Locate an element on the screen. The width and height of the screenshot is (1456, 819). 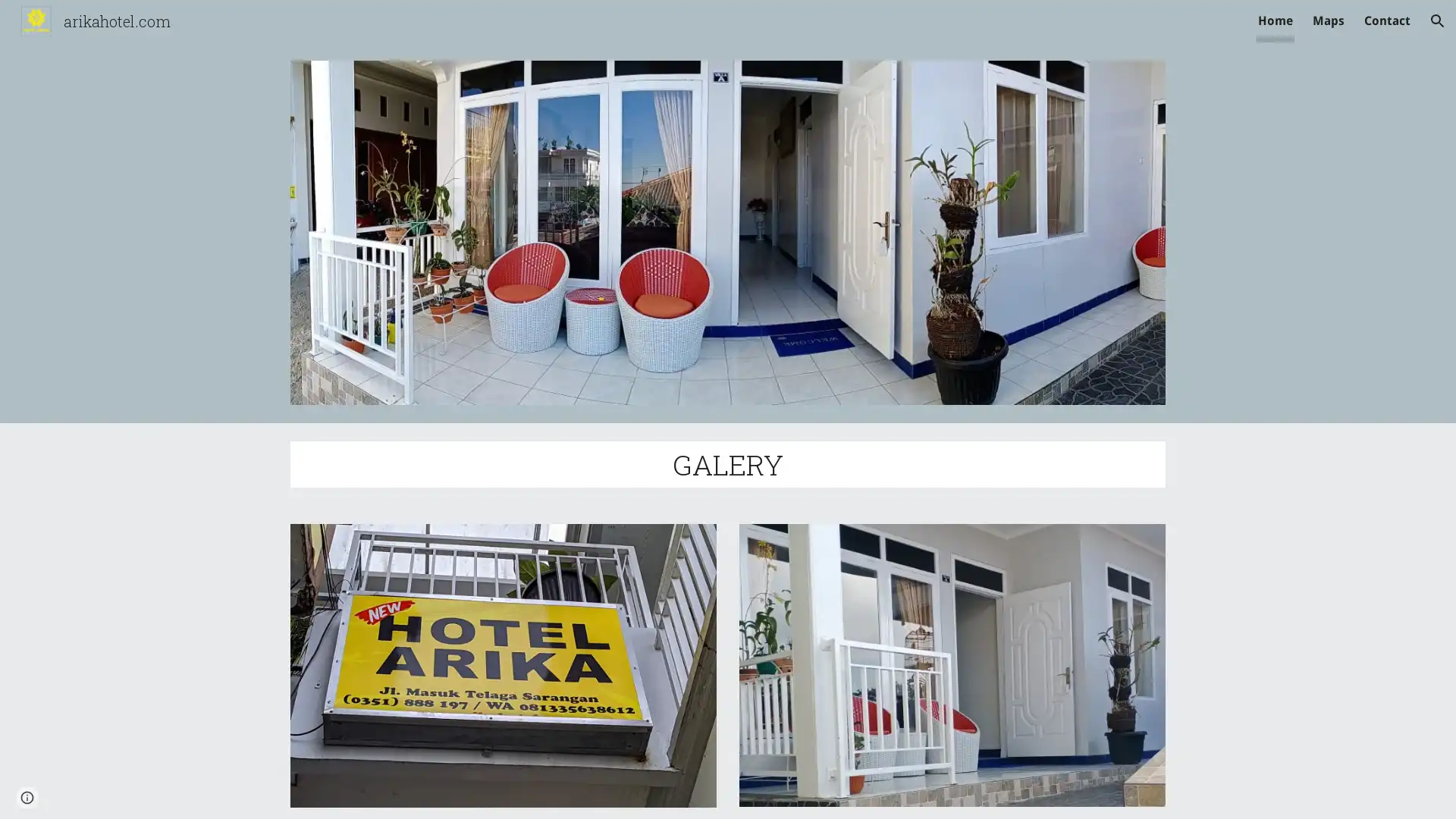
Google Sites is located at coordinates (117, 792).